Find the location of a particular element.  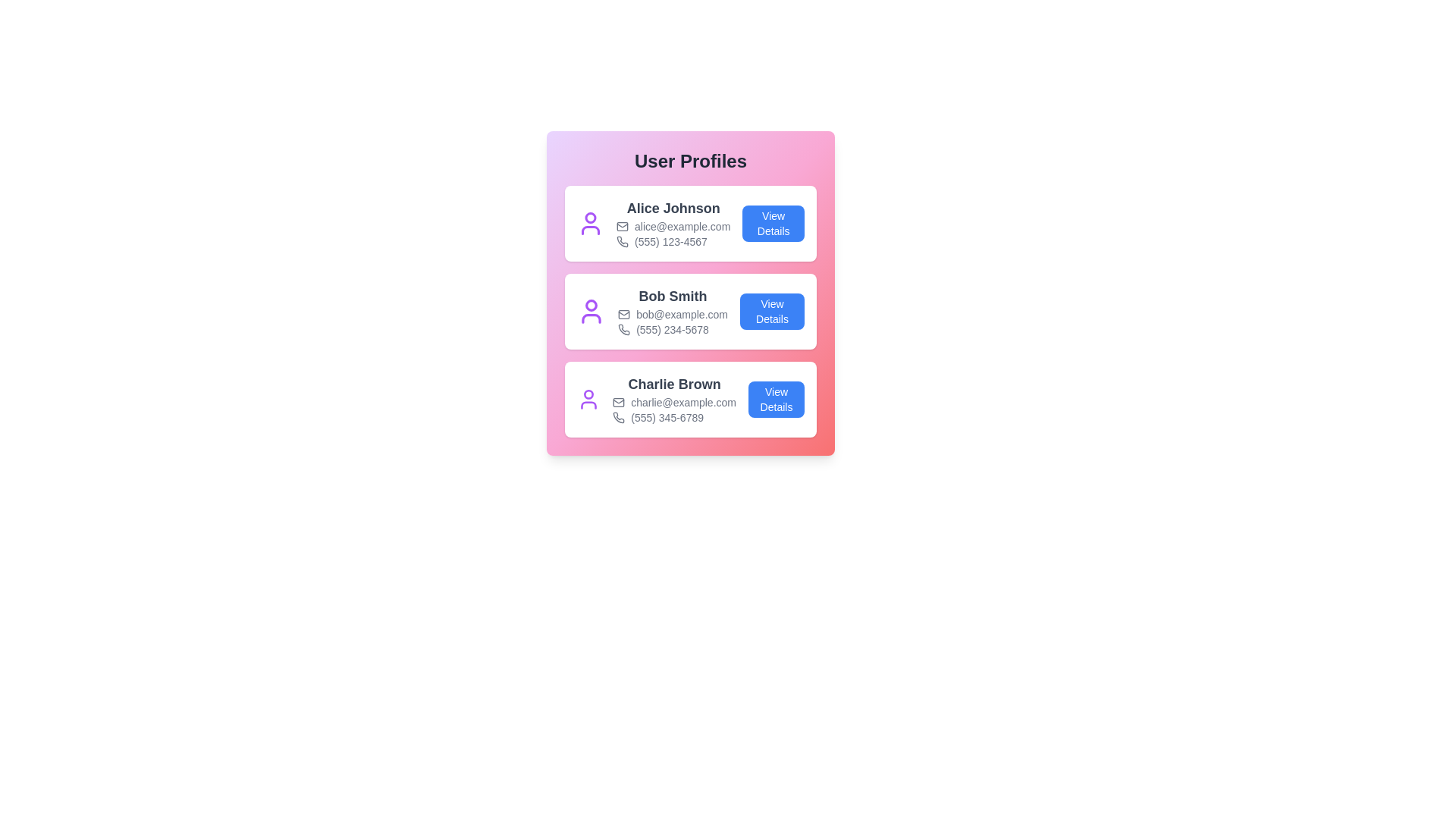

the user icon for the user Alice Johnson is located at coordinates (589, 223).